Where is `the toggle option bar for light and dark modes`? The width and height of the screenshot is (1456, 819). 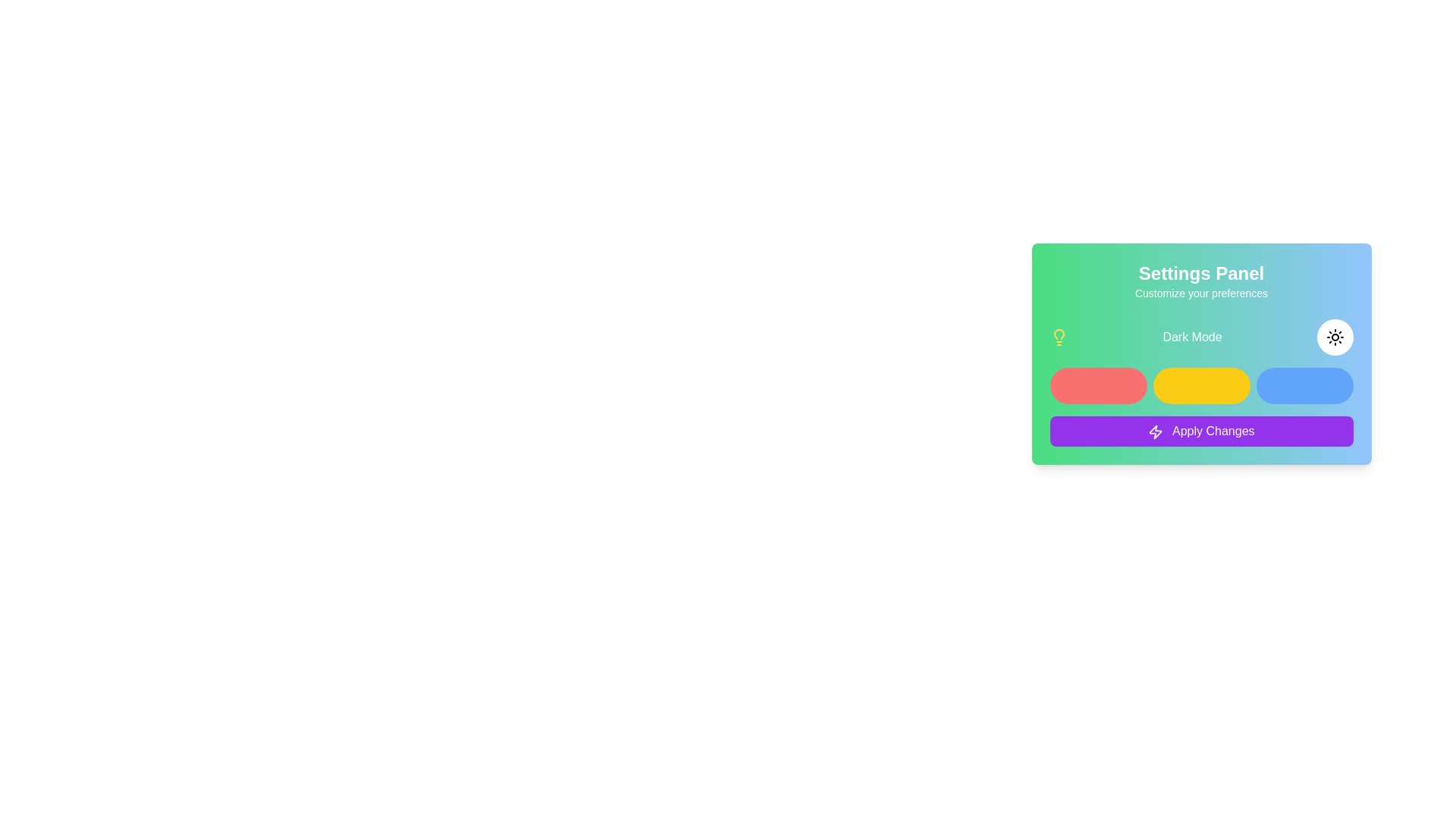
the toggle option bar for light and dark modes is located at coordinates (1200, 336).